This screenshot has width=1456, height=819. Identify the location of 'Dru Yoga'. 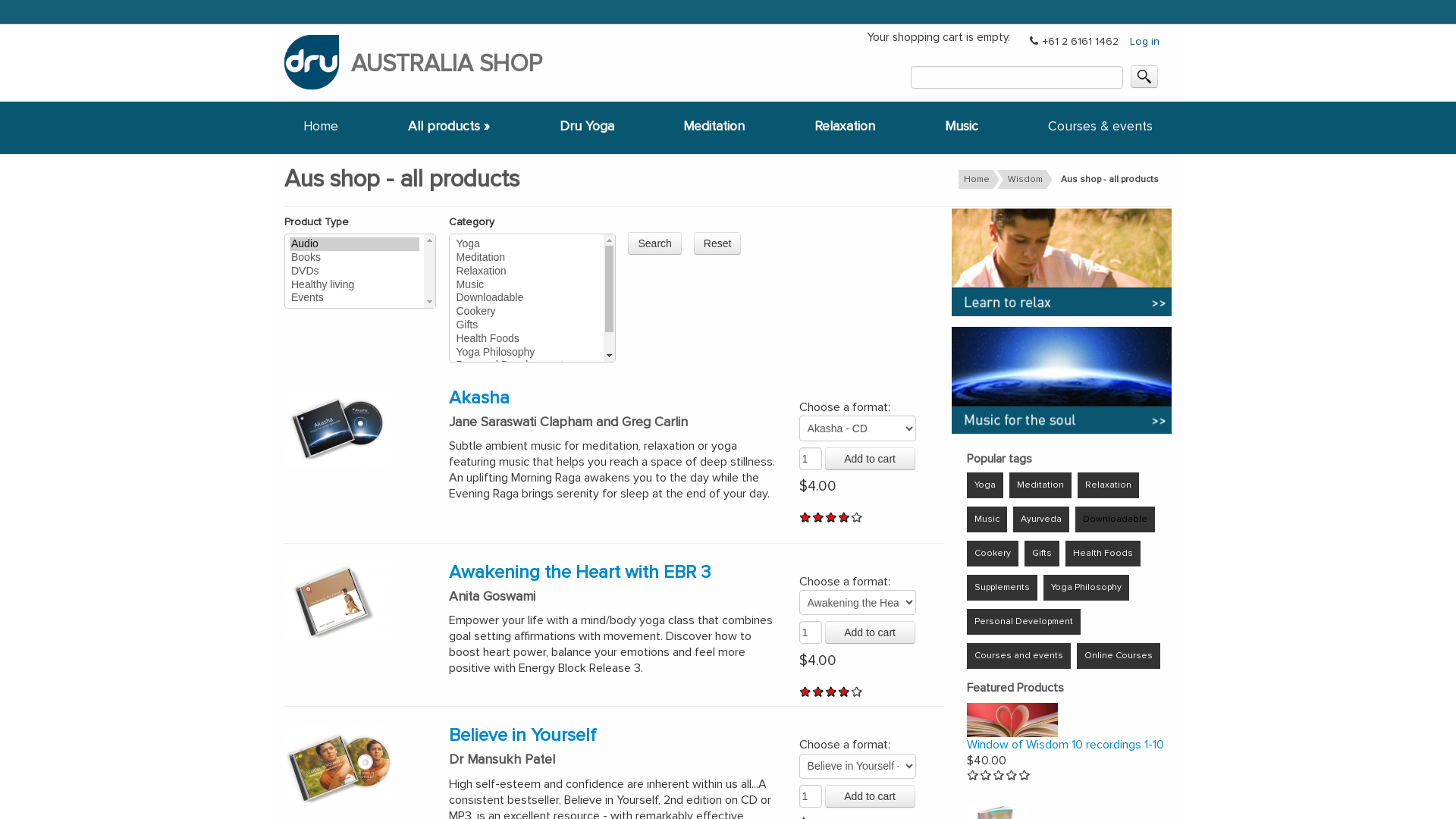
(585, 124).